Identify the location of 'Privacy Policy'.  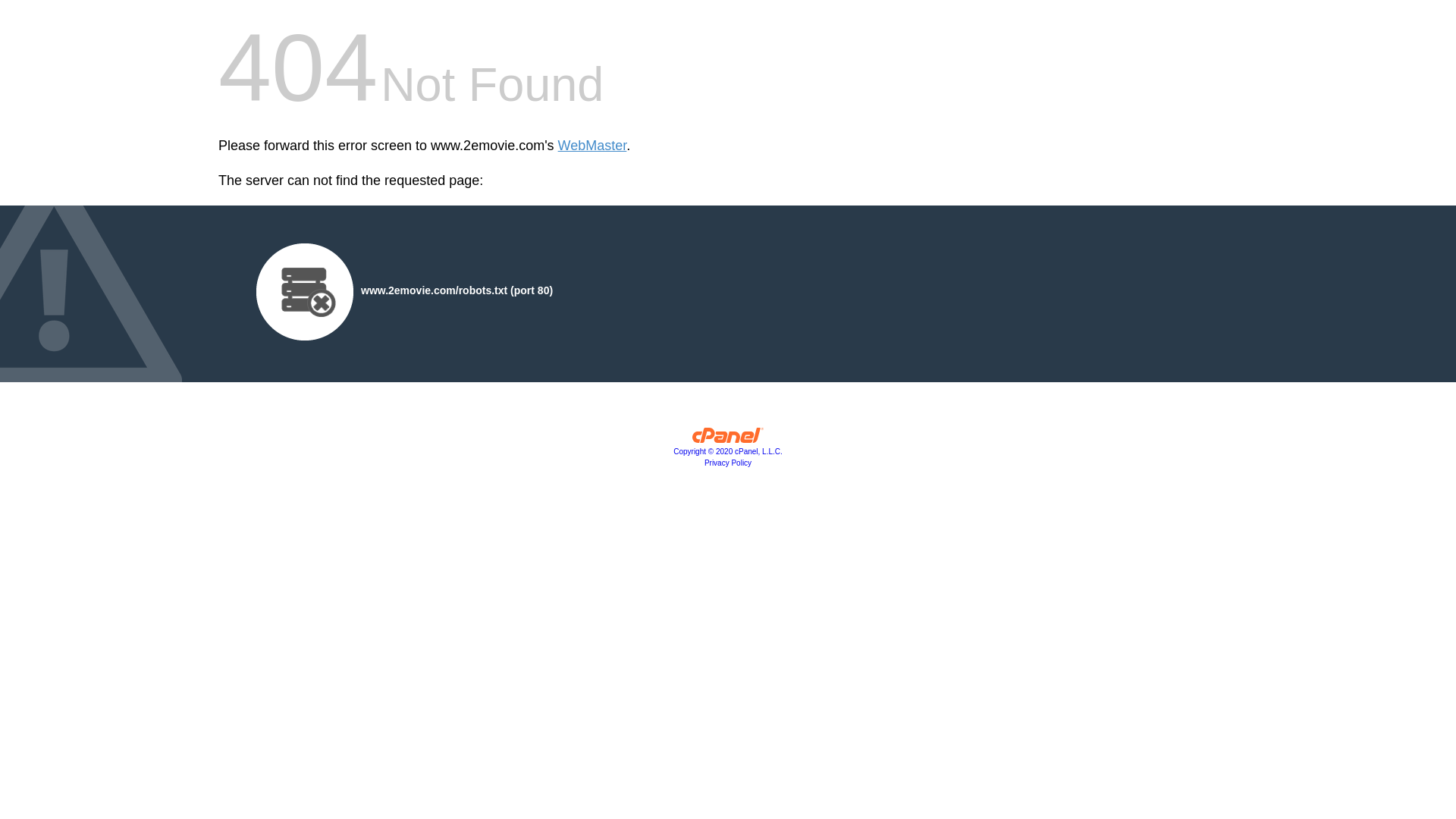
(704, 462).